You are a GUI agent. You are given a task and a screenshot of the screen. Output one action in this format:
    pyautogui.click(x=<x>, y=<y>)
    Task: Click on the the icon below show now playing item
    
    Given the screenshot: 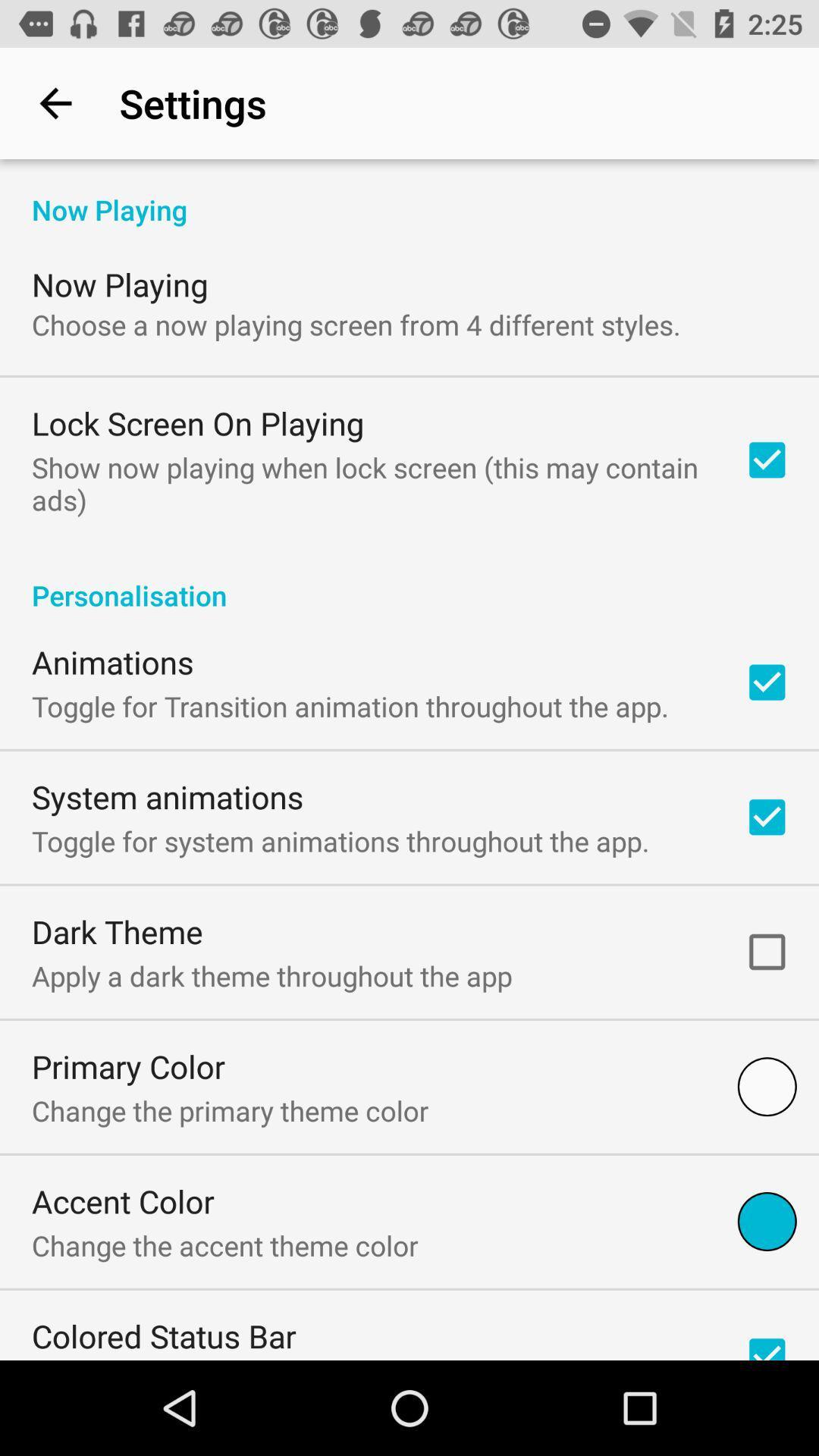 What is the action you would take?
    pyautogui.click(x=409, y=579)
    